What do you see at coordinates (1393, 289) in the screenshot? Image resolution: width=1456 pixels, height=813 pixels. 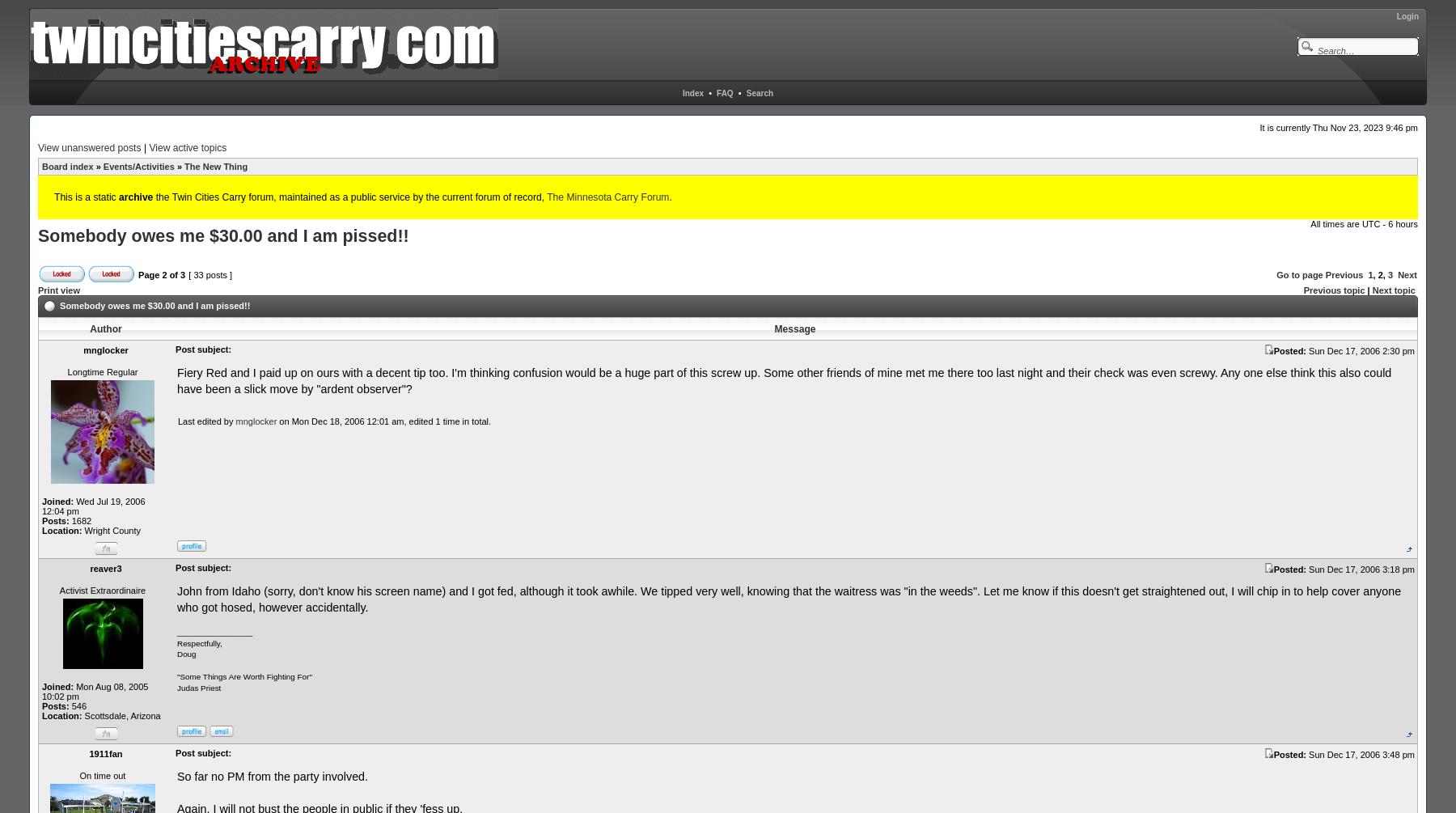 I see `'Next topic'` at bounding box center [1393, 289].